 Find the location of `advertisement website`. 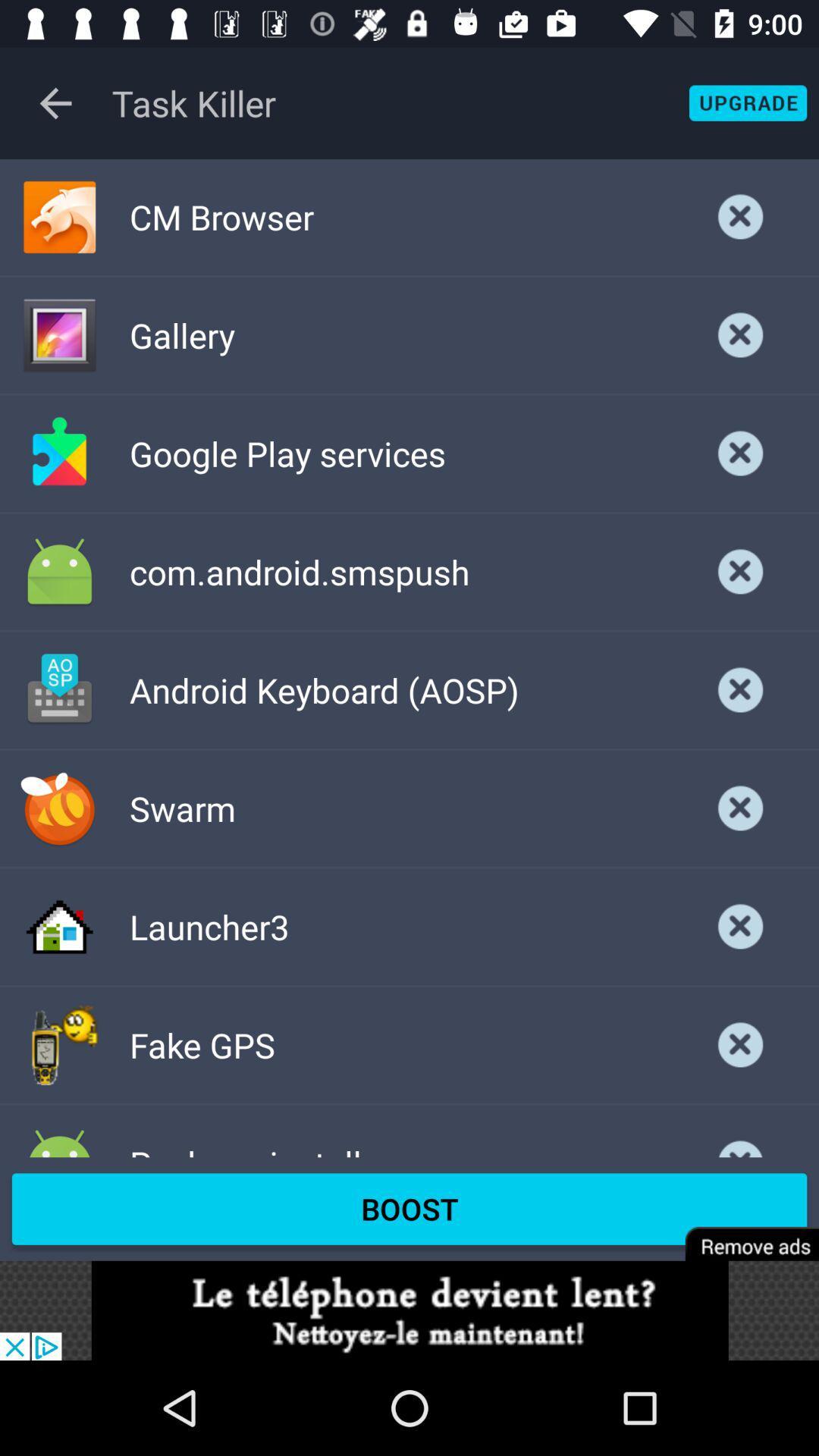

advertisement website is located at coordinates (409, 1310).